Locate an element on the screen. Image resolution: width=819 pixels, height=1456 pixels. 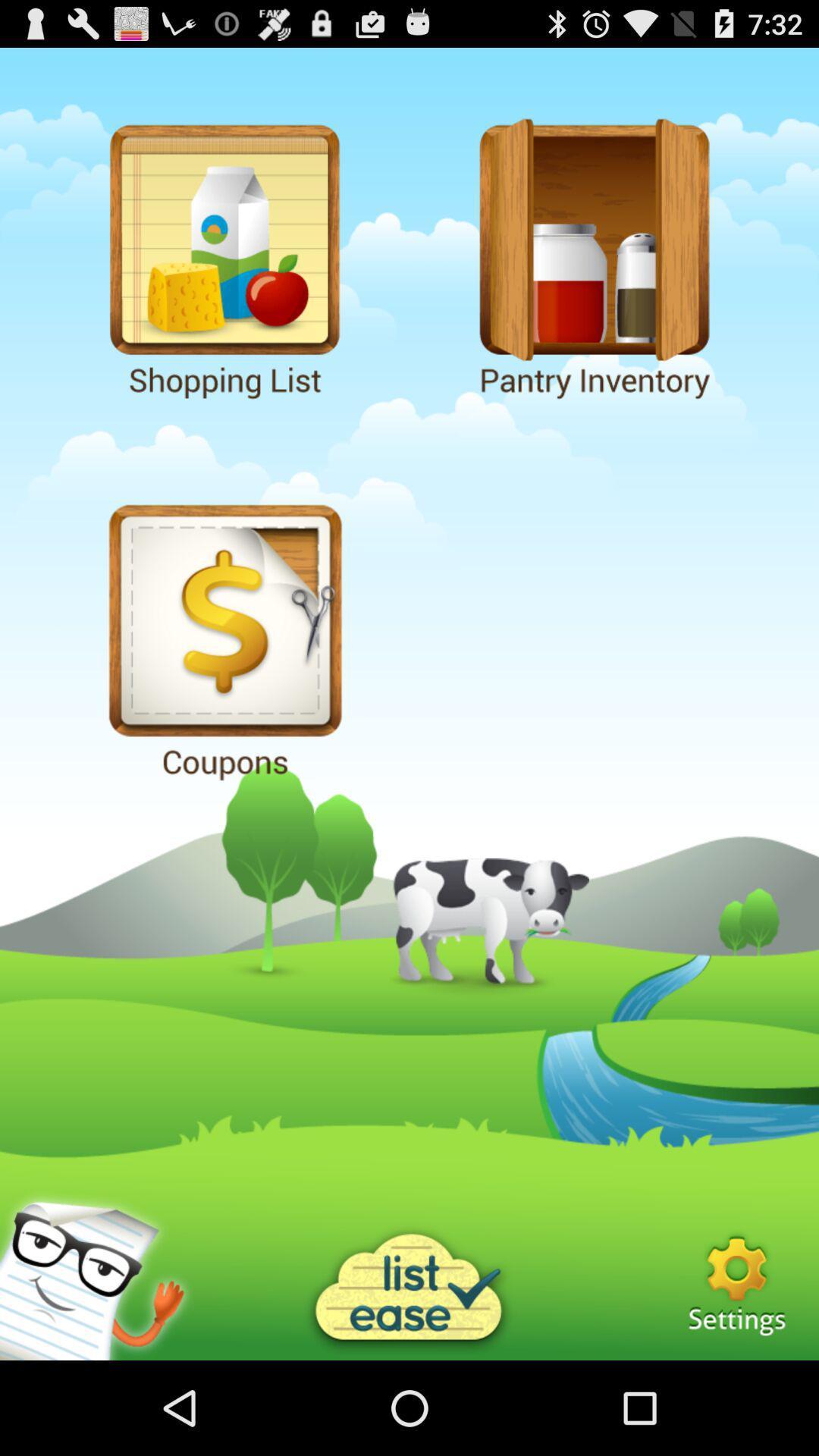
item at the top left corner is located at coordinates (224, 256).